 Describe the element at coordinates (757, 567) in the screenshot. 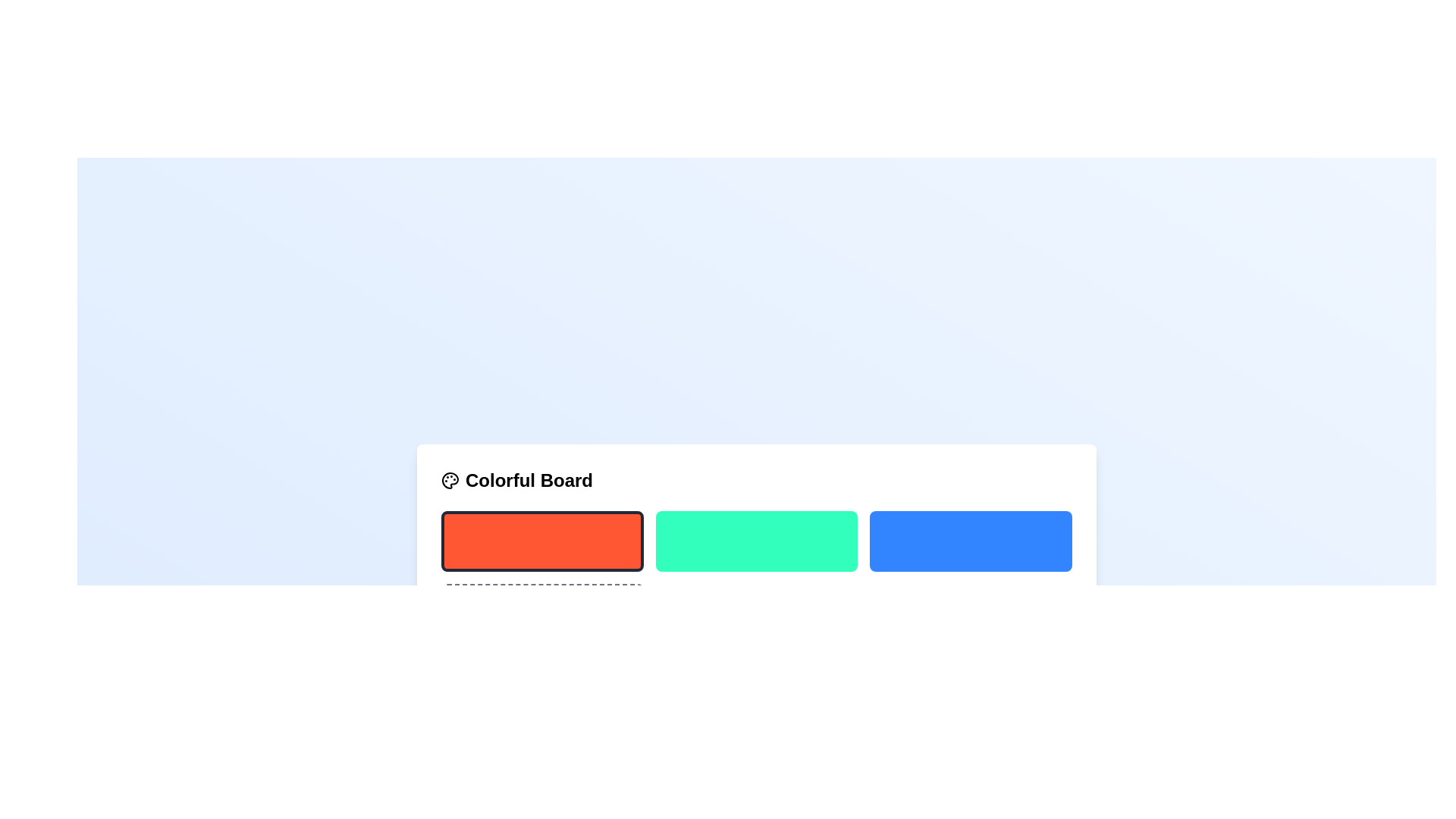

I see `the second selectable color option box, which has a light green fill color and rounded corners` at that location.